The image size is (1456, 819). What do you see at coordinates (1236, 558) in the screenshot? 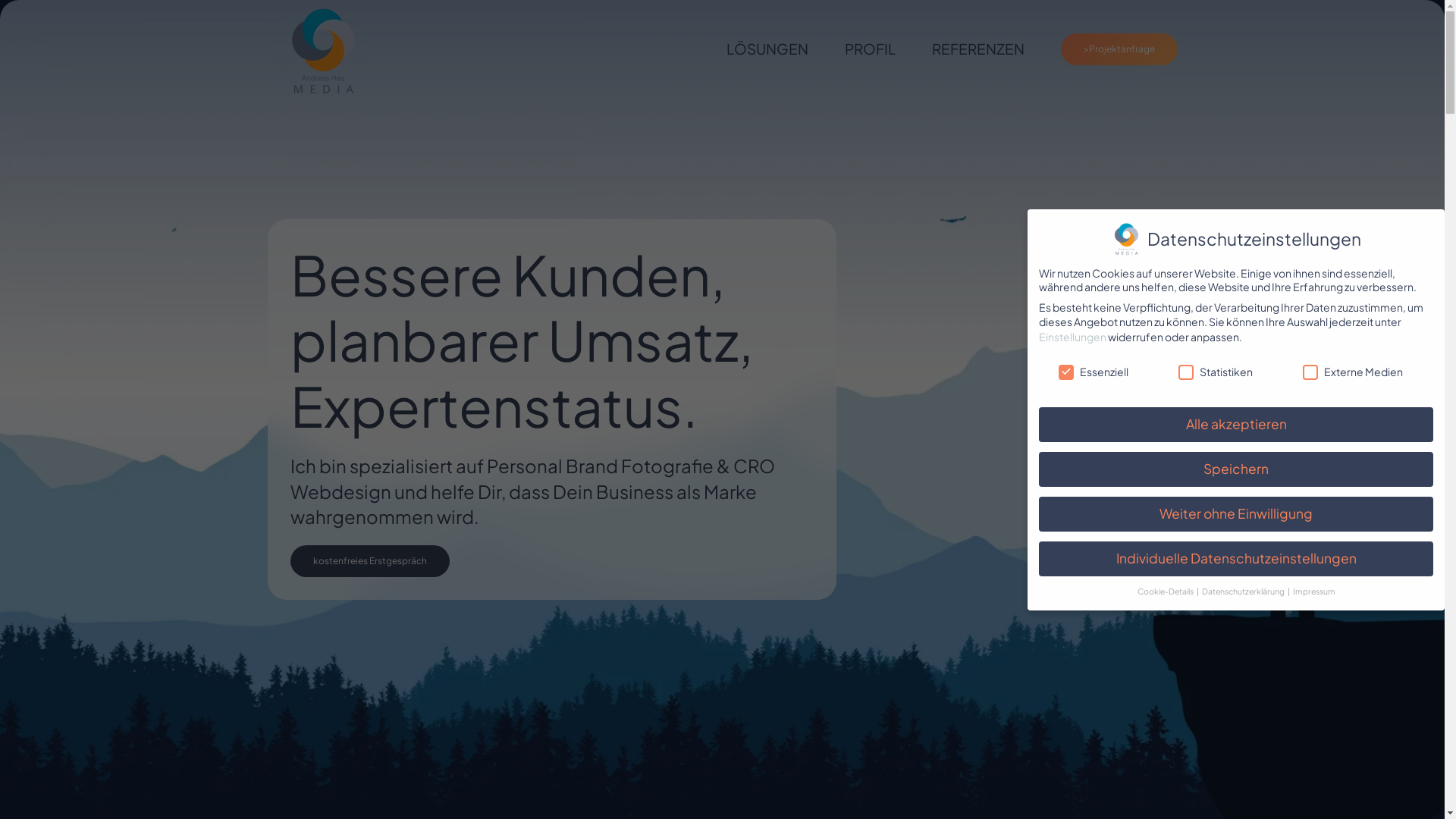
I see `'Individuelle Datenschutzeinstellungen'` at bounding box center [1236, 558].